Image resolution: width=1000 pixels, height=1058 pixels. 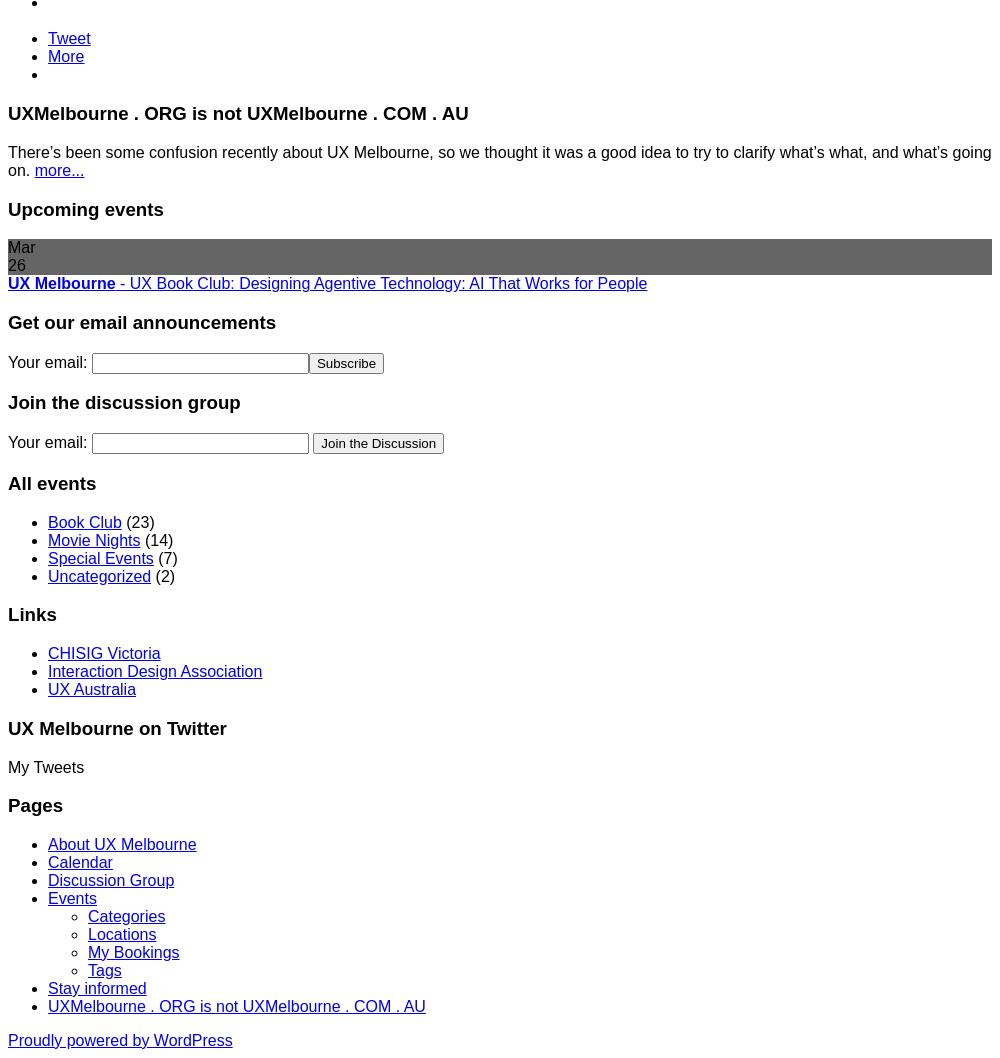 What do you see at coordinates (48, 1004) in the screenshot?
I see `'UXMelbourne . ORG is not UXMelbourne . COM . AU'` at bounding box center [48, 1004].